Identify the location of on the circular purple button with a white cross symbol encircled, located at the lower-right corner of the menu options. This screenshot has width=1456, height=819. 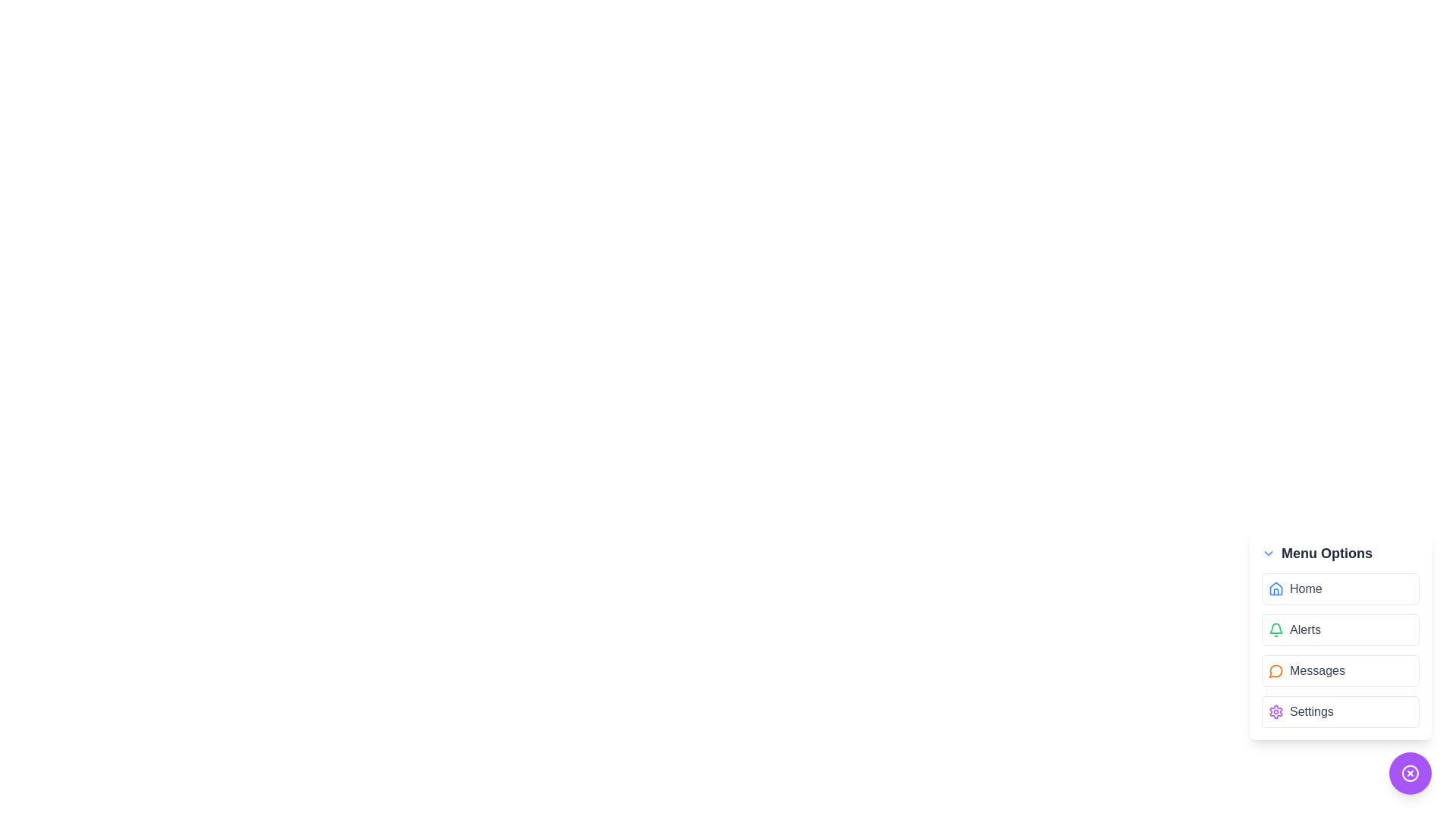
(1410, 773).